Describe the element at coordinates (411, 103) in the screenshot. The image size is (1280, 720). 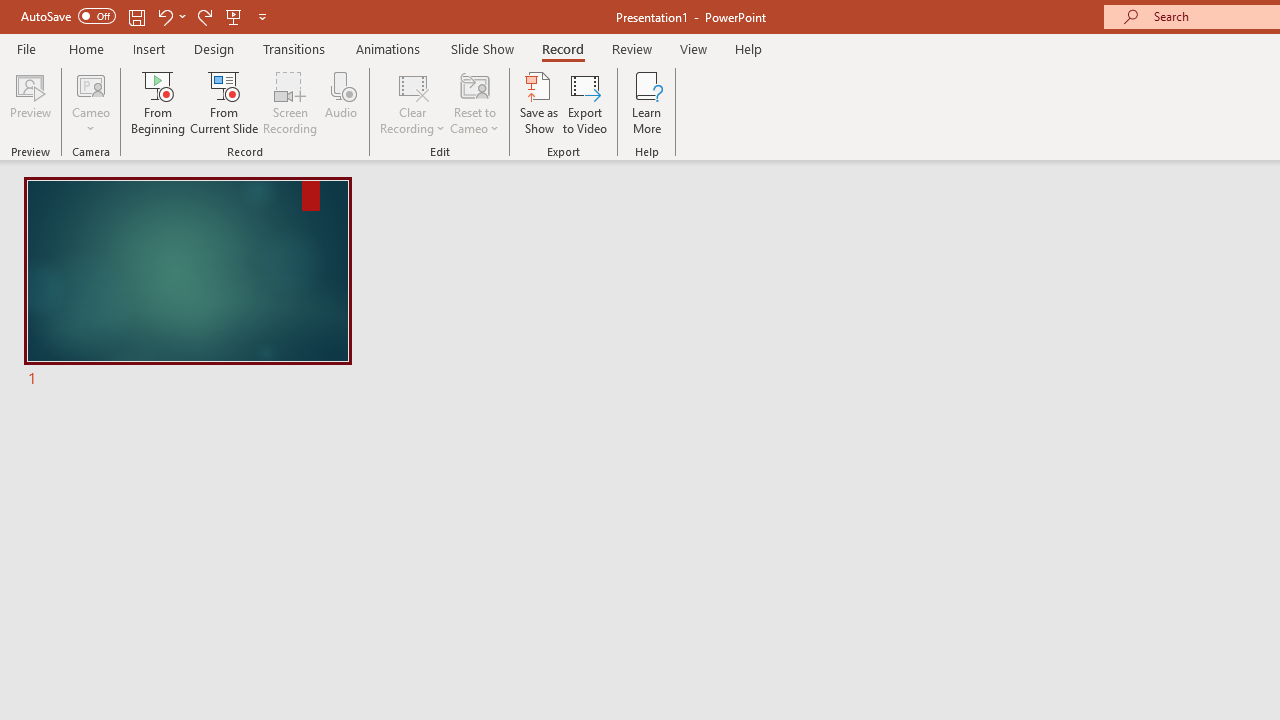
I see `'Clear Recording'` at that location.